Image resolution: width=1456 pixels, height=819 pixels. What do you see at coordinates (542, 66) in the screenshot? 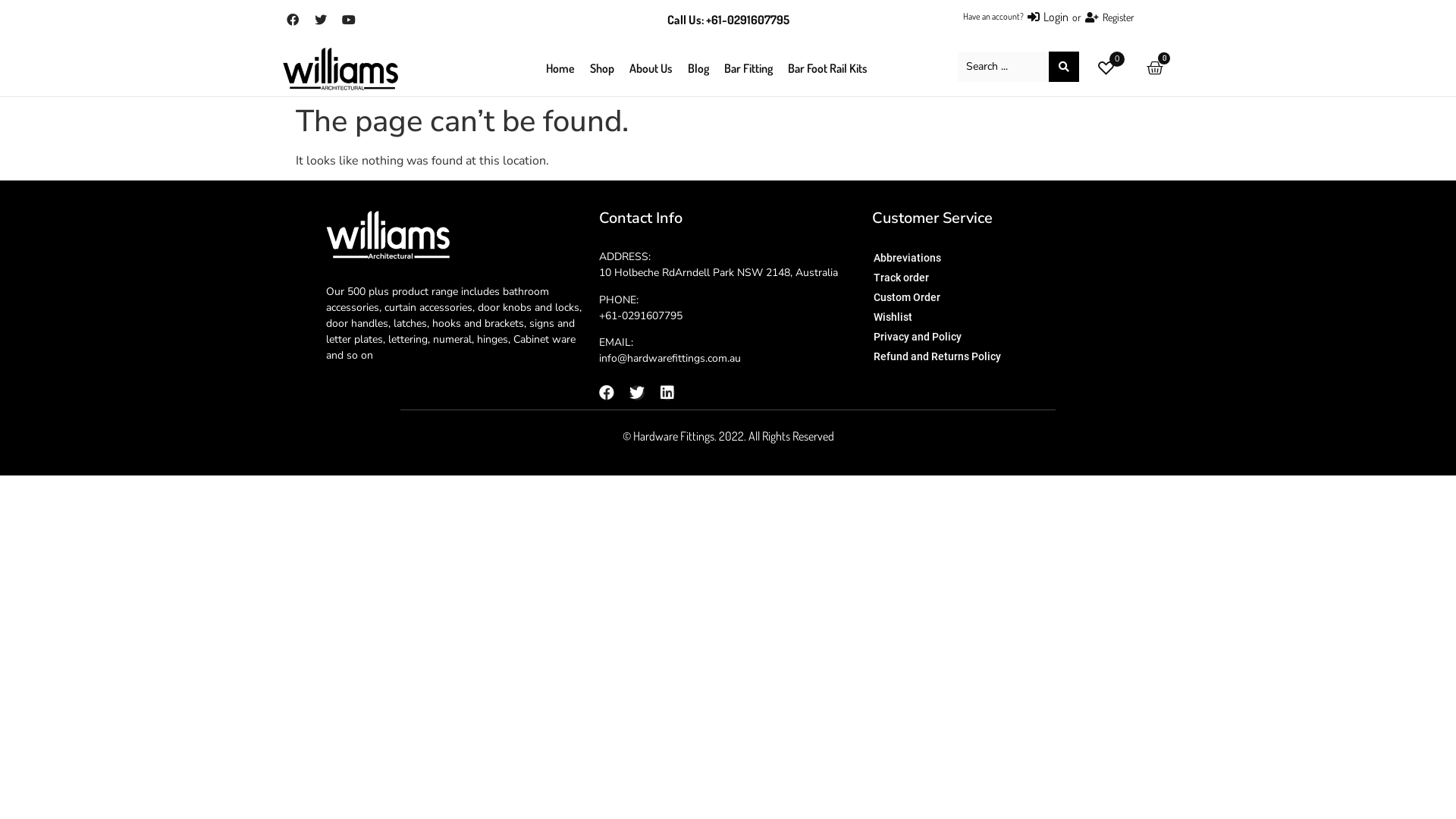
I see `'Home'` at bounding box center [542, 66].